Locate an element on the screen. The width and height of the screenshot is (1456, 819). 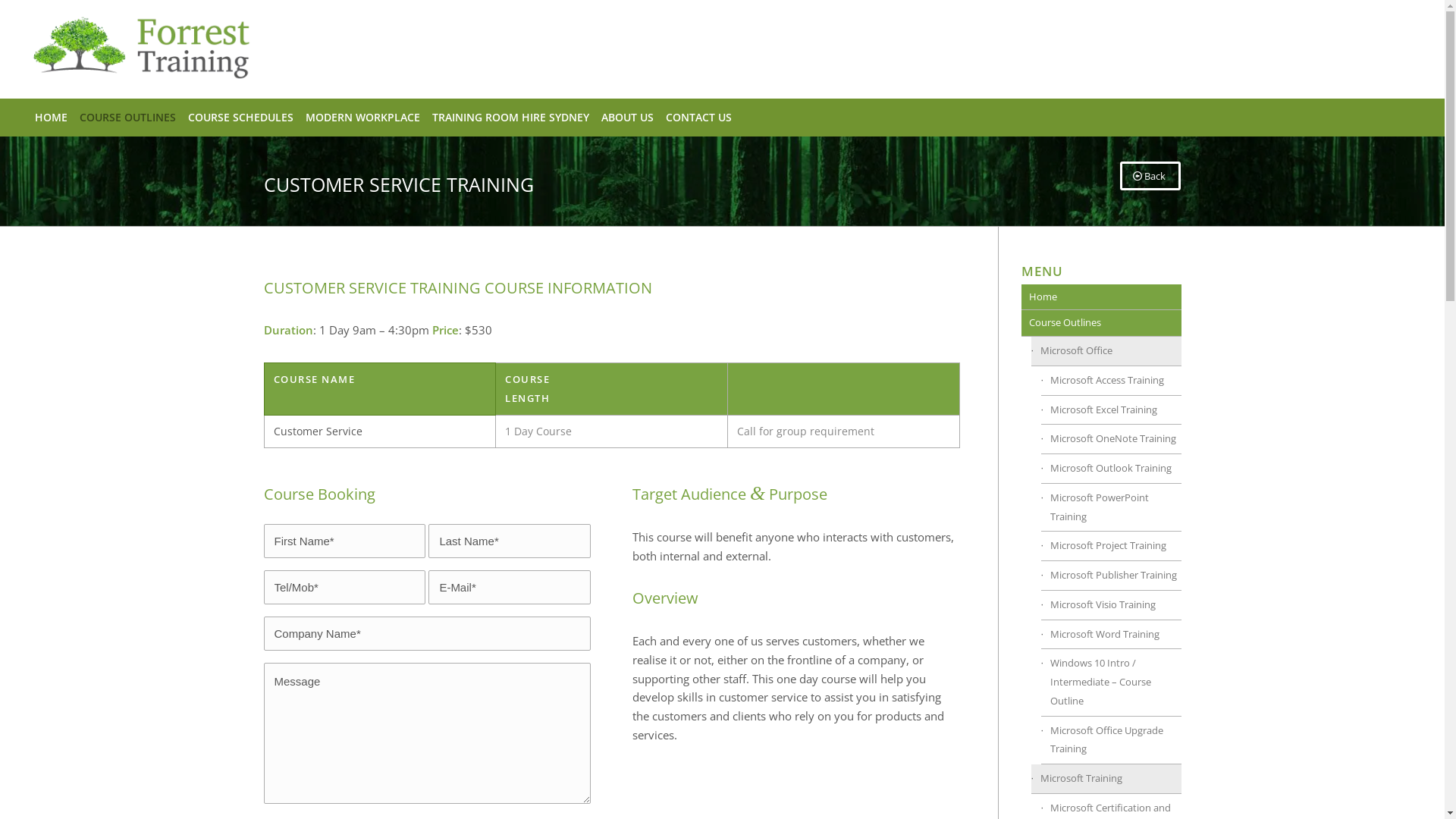
'Microsoft Outlook Training' is located at coordinates (1110, 468).